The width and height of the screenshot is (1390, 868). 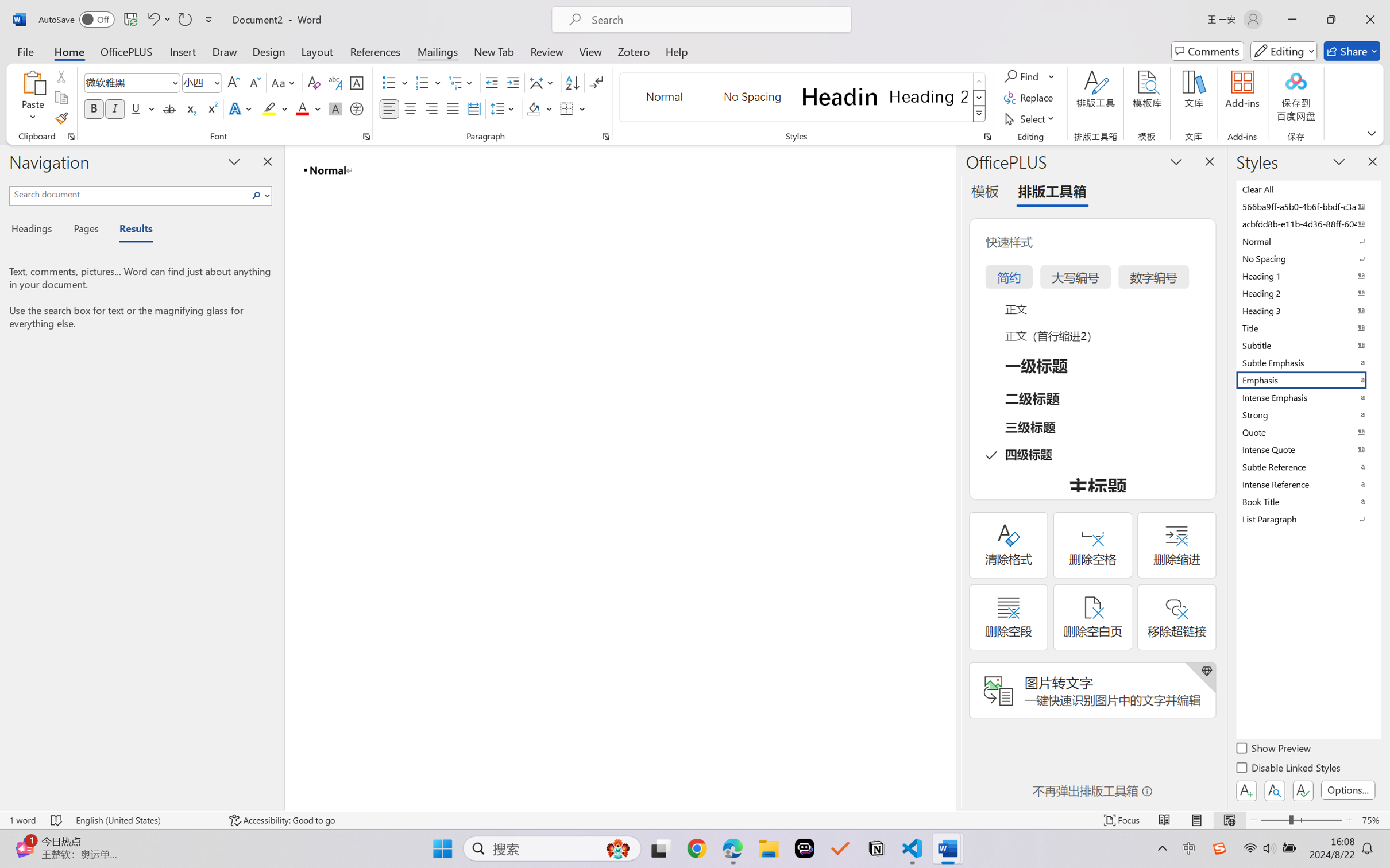 What do you see at coordinates (1196, 820) in the screenshot?
I see `'Print Layout'` at bounding box center [1196, 820].